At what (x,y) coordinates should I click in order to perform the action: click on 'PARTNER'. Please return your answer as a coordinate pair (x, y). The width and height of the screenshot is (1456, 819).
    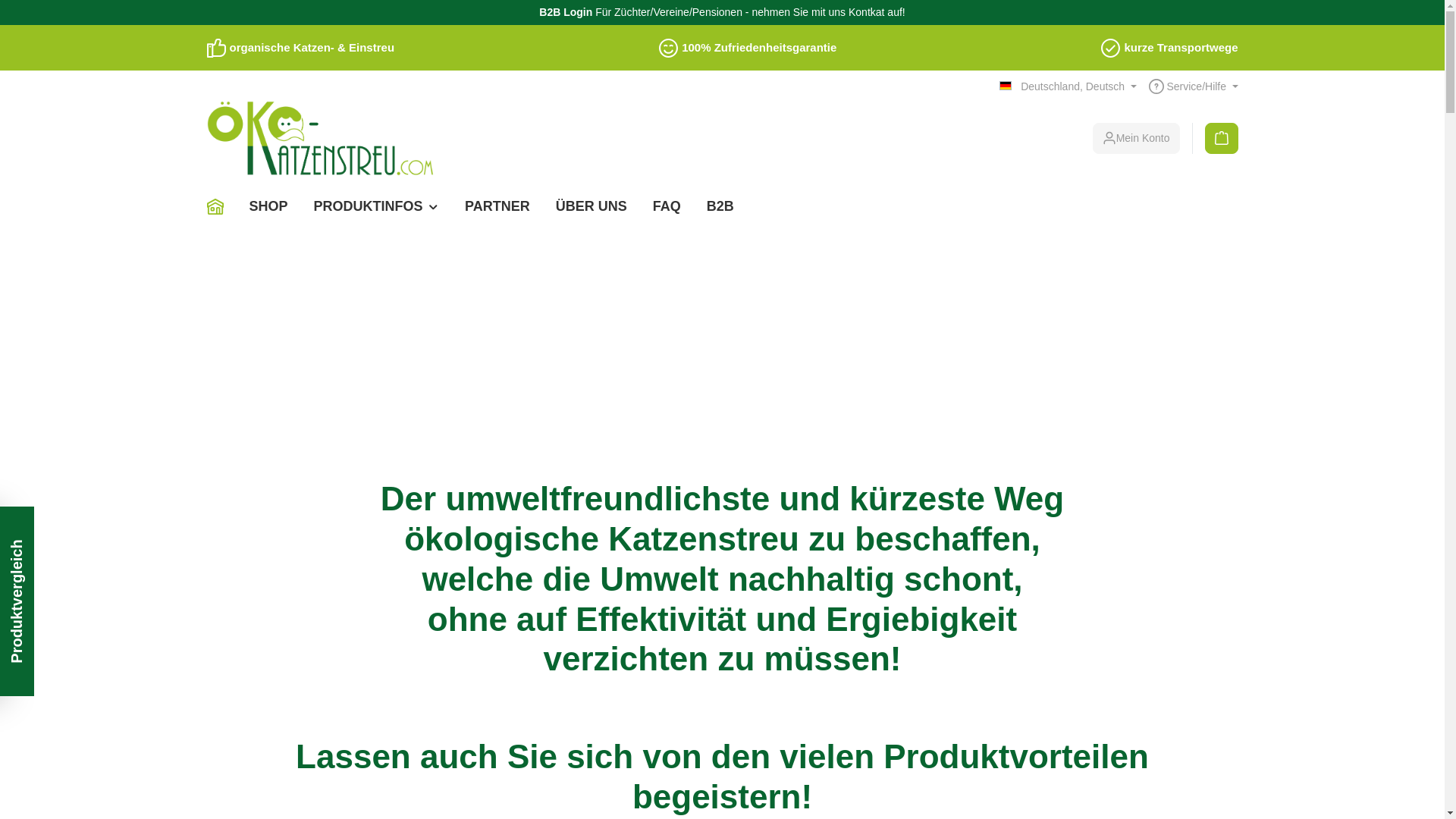
    Looking at the image, I should click on (450, 206).